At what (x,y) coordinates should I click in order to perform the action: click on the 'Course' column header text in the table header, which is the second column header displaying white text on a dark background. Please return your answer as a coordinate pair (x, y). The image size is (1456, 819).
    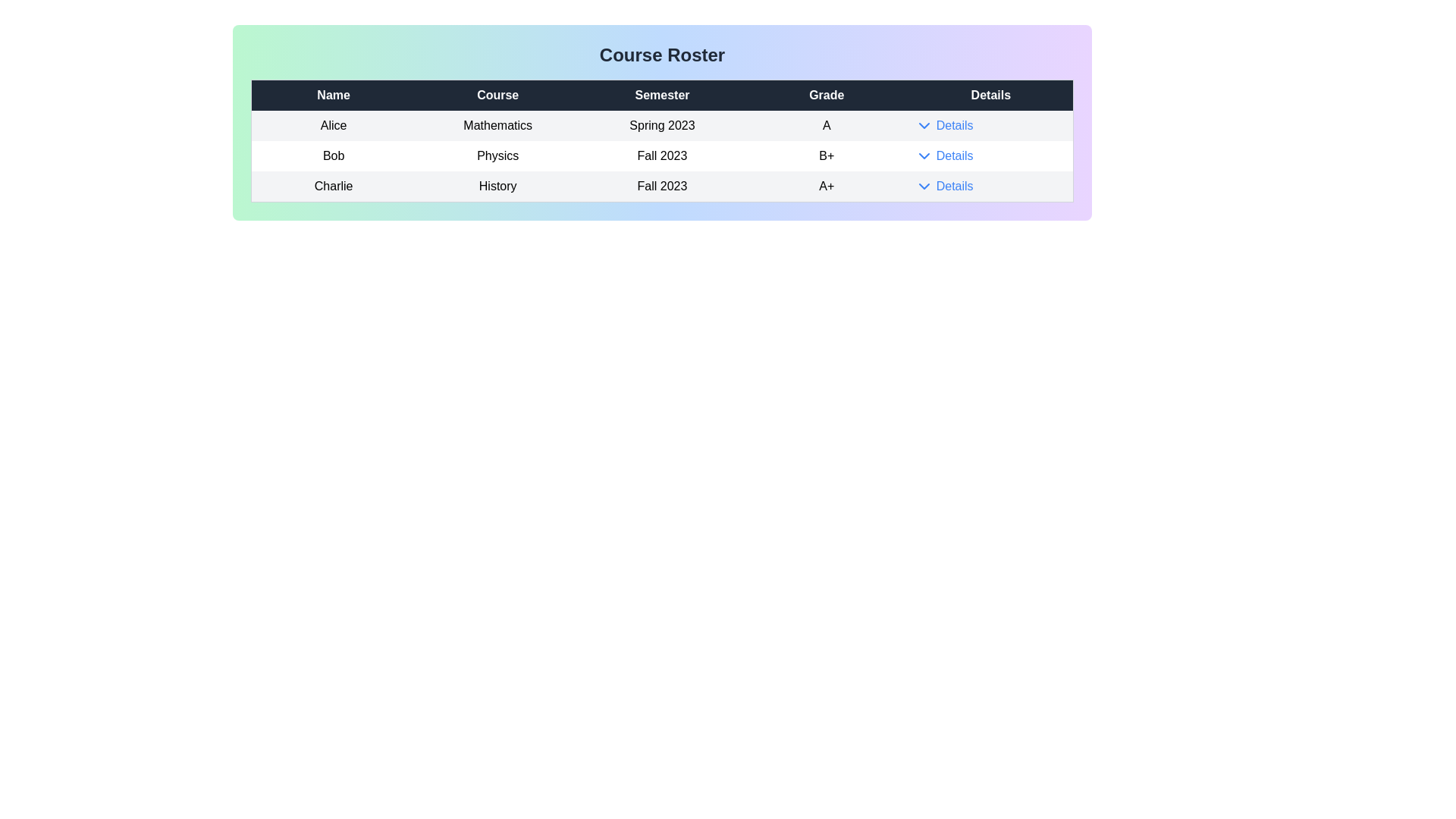
    Looking at the image, I should click on (497, 95).